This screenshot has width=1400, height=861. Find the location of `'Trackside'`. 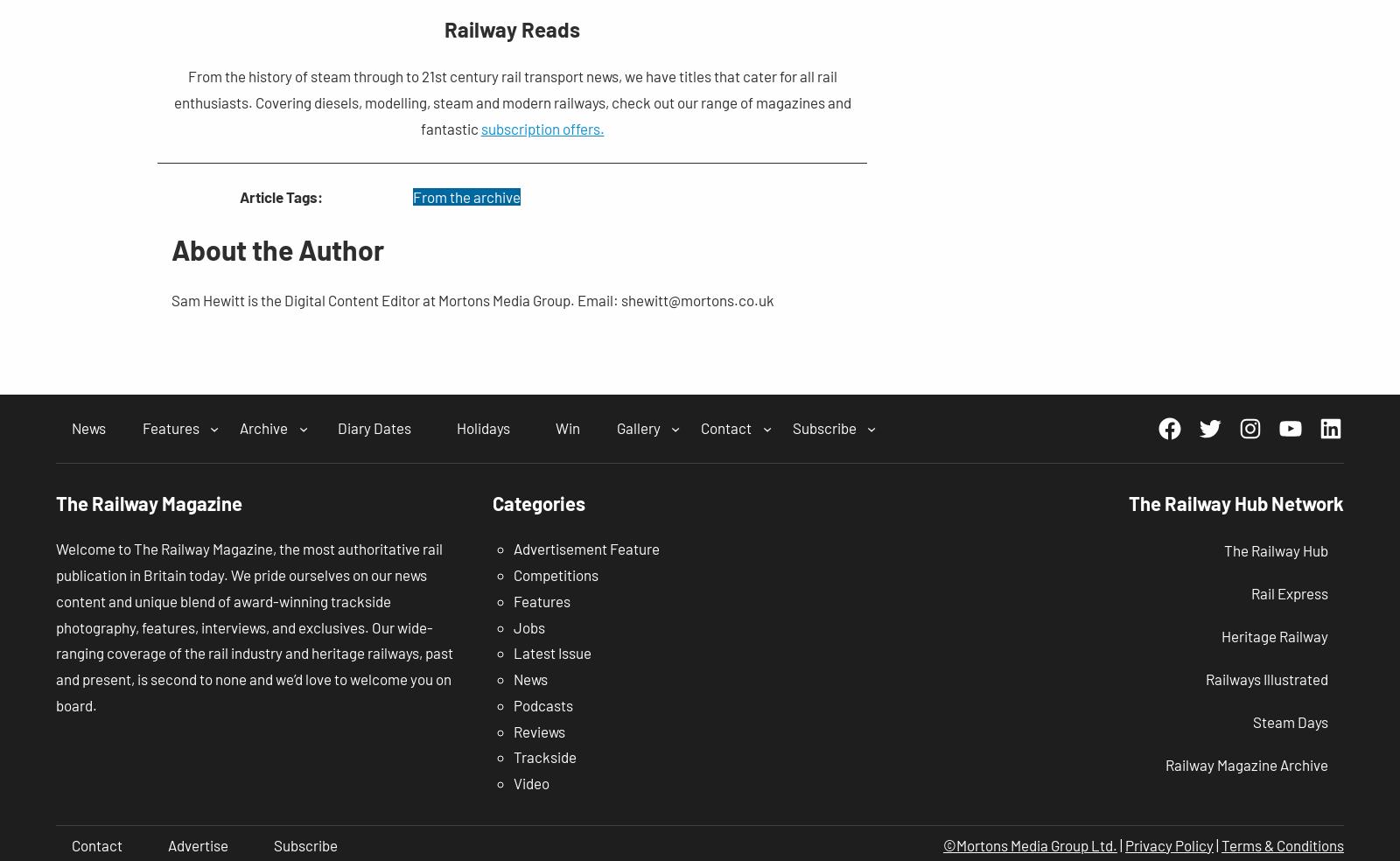

'Trackside' is located at coordinates (512, 757).